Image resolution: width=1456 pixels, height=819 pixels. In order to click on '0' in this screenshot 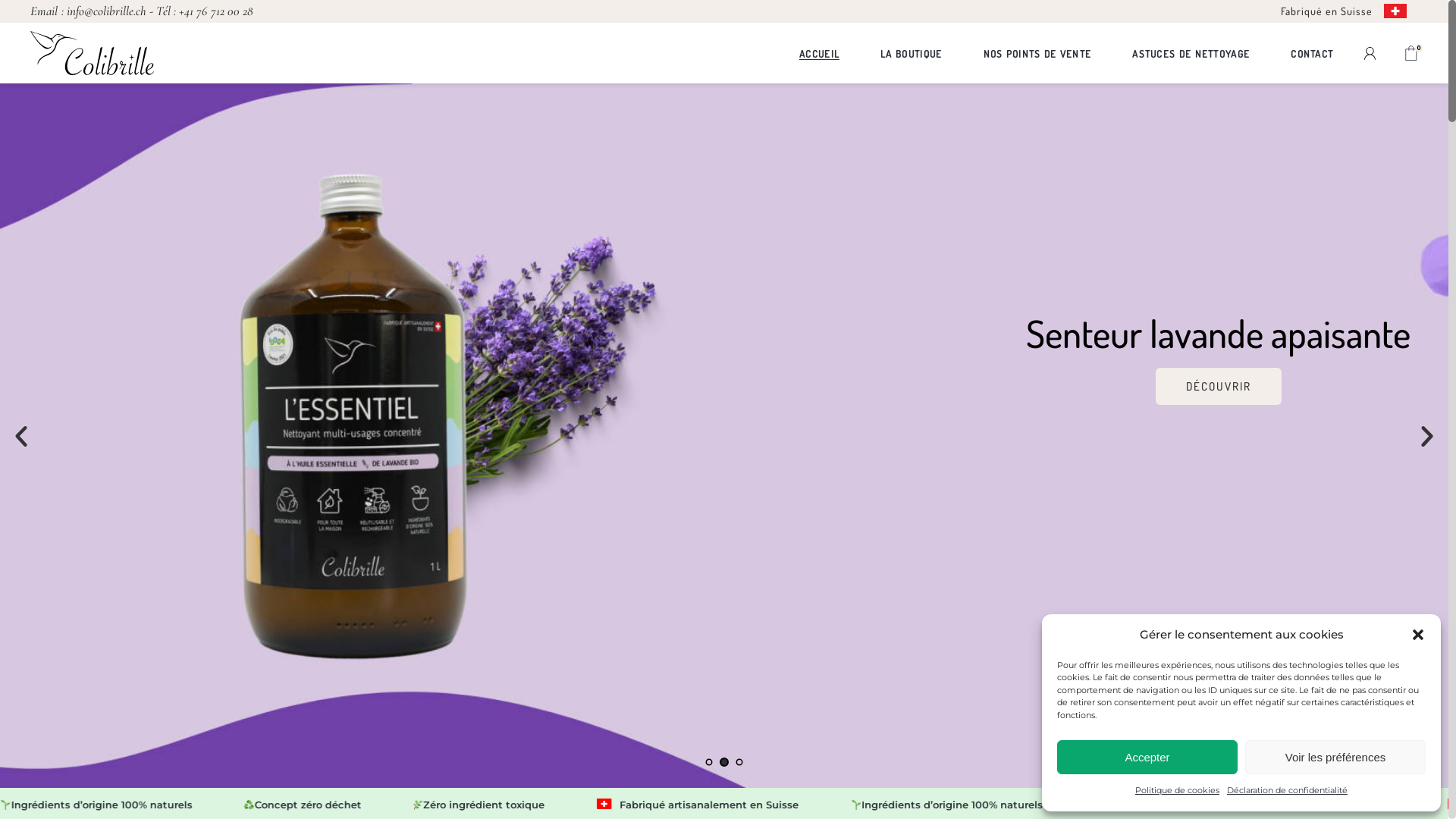, I will do `click(1410, 52)`.